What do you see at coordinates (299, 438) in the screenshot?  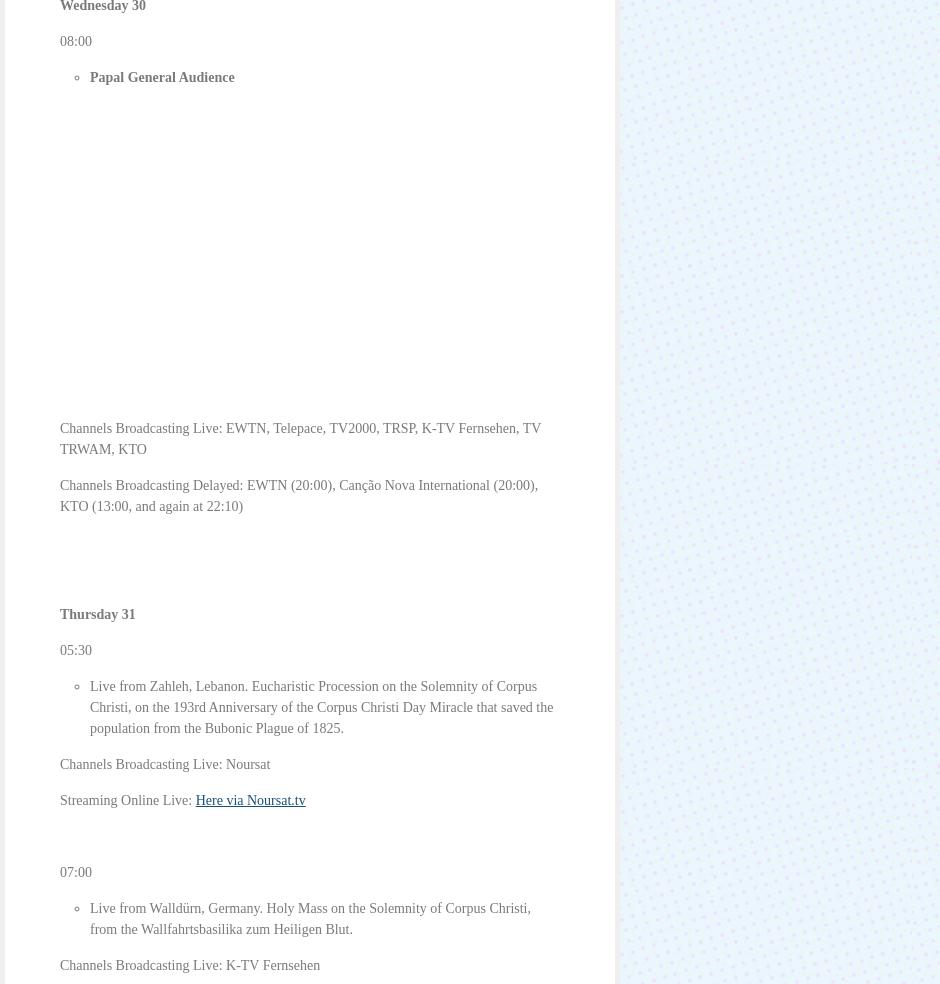 I see `'Channels Broadcasting Live: EWTN, Telepace, TV2000, TRSP, K-TV Fernsehen, TV TRWAM, KTO'` at bounding box center [299, 438].